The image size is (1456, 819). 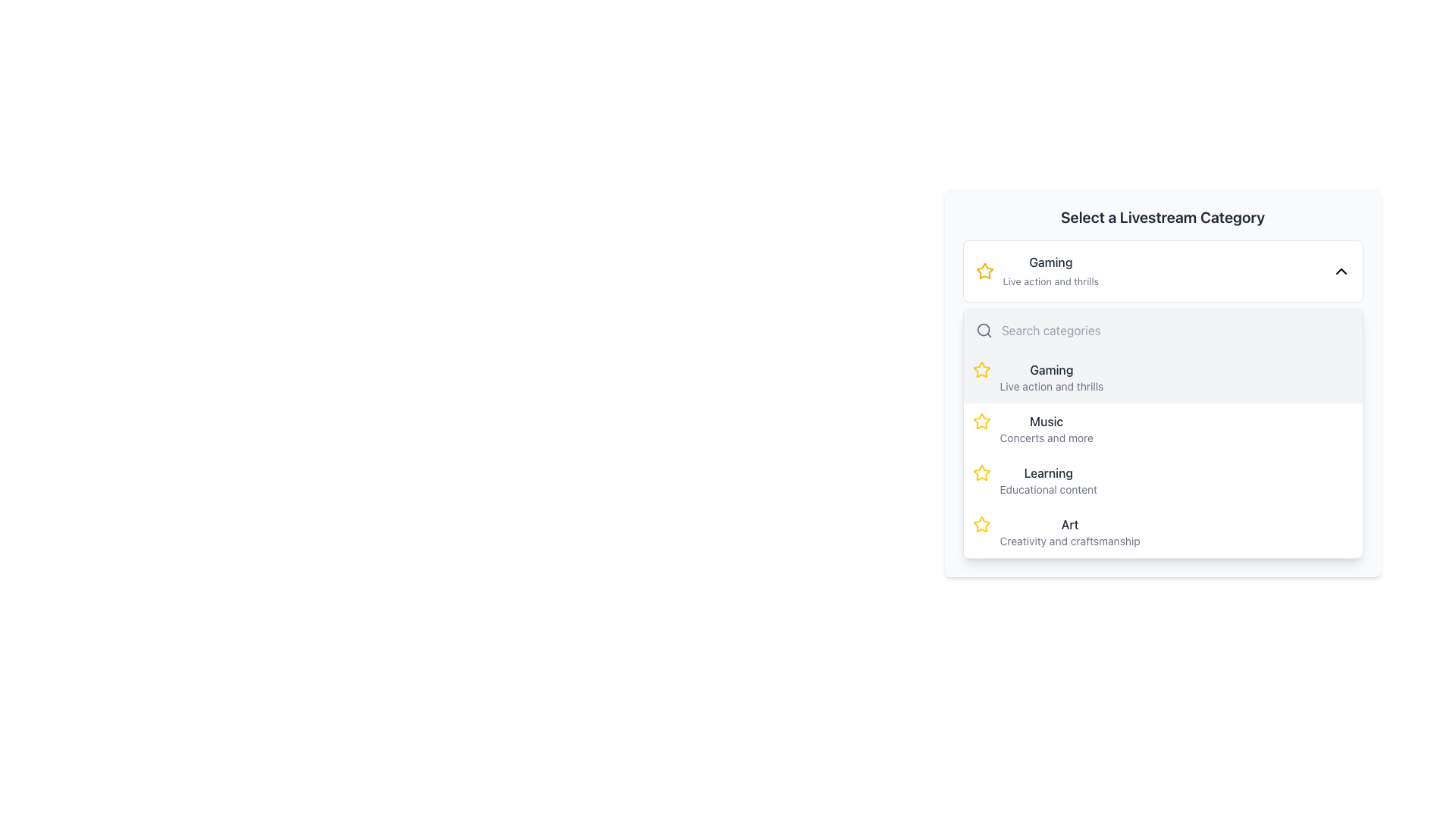 I want to click on the yellow star icon in the fourth position of the dropdown menu labeled 'Art - Creativity and craftsmanship.', so click(x=981, y=523).